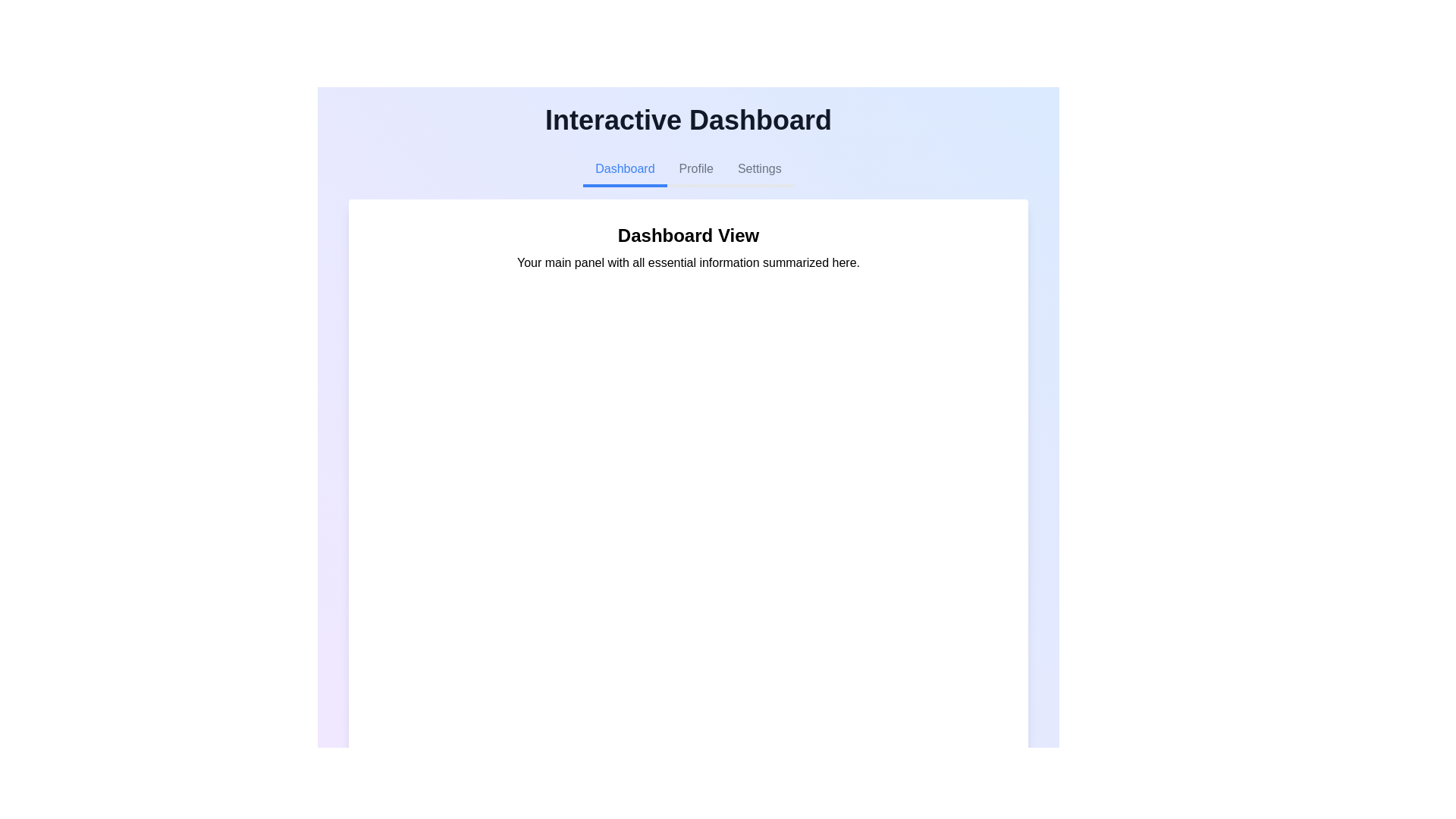  I want to click on the Profile button, which is the second item in the horizontal navigation bar, located between the Dashboard and Settings buttons, so click(695, 170).